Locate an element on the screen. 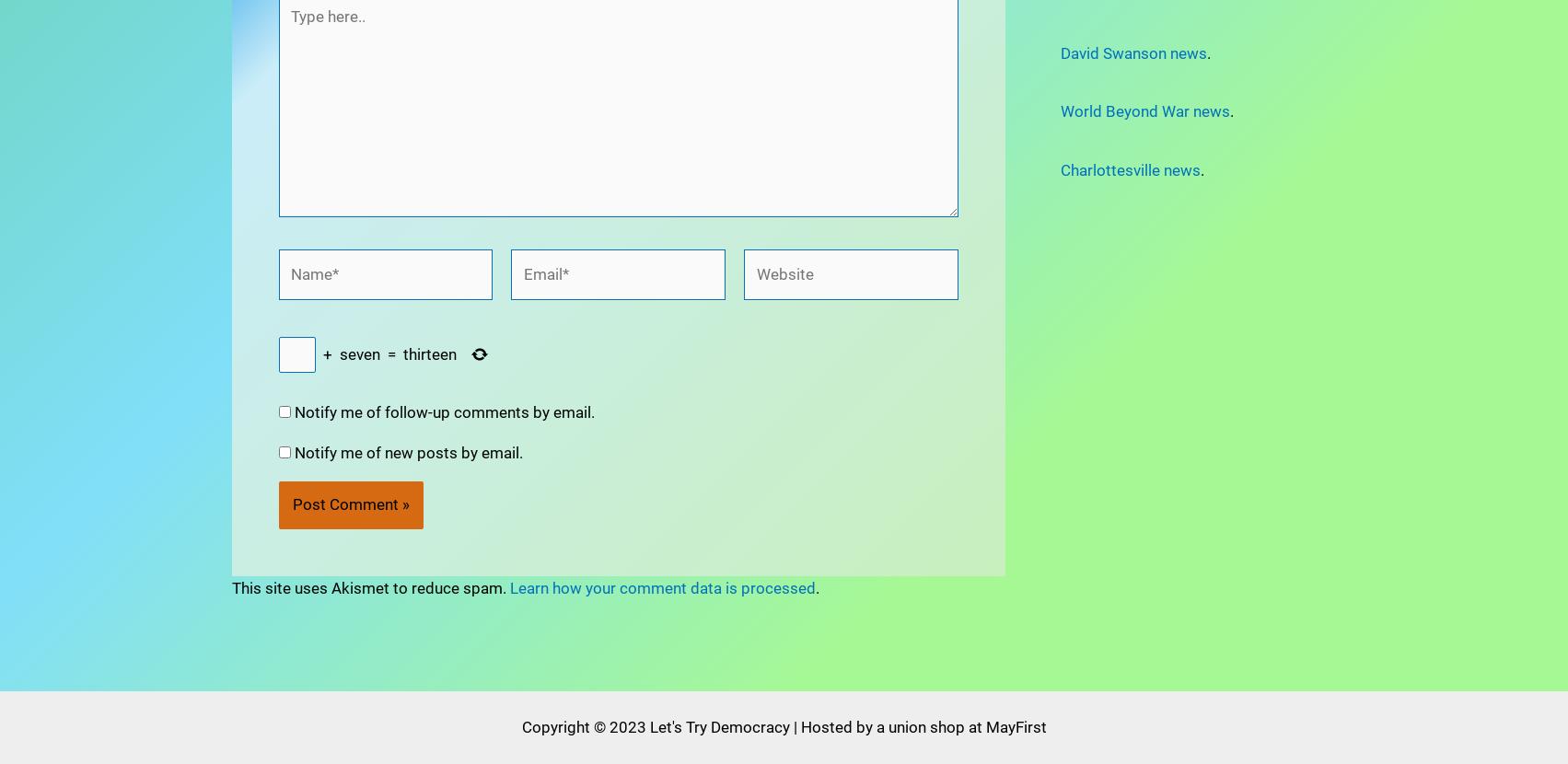 This screenshot has height=764, width=1568. 'thirteen' is located at coordinates (428, 302).